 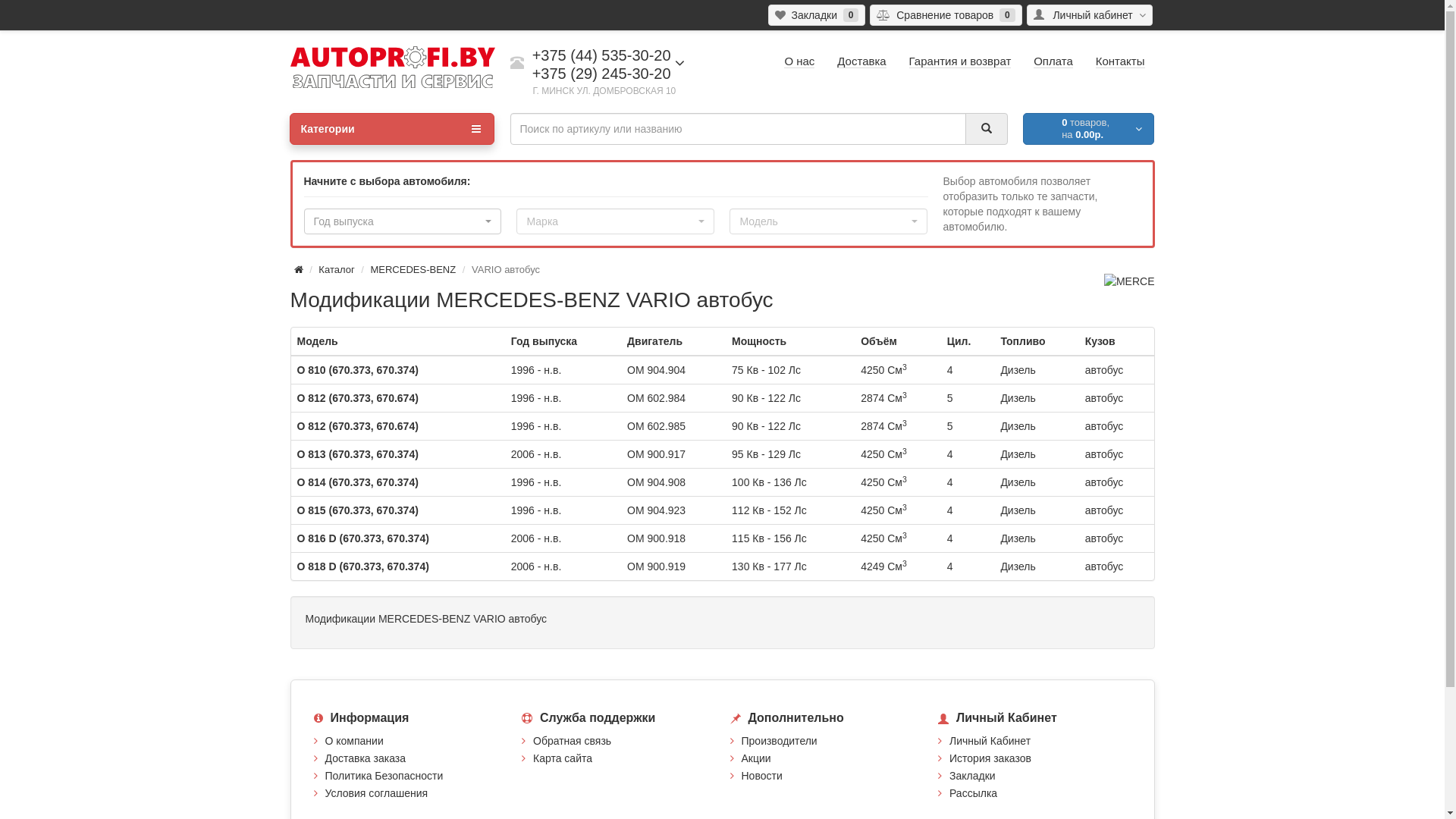 What do you see at coordinates (297, 510) in the screenshot?
I see `'O 815 (670.373, 670.374)'` at bounding box center [297, 510].